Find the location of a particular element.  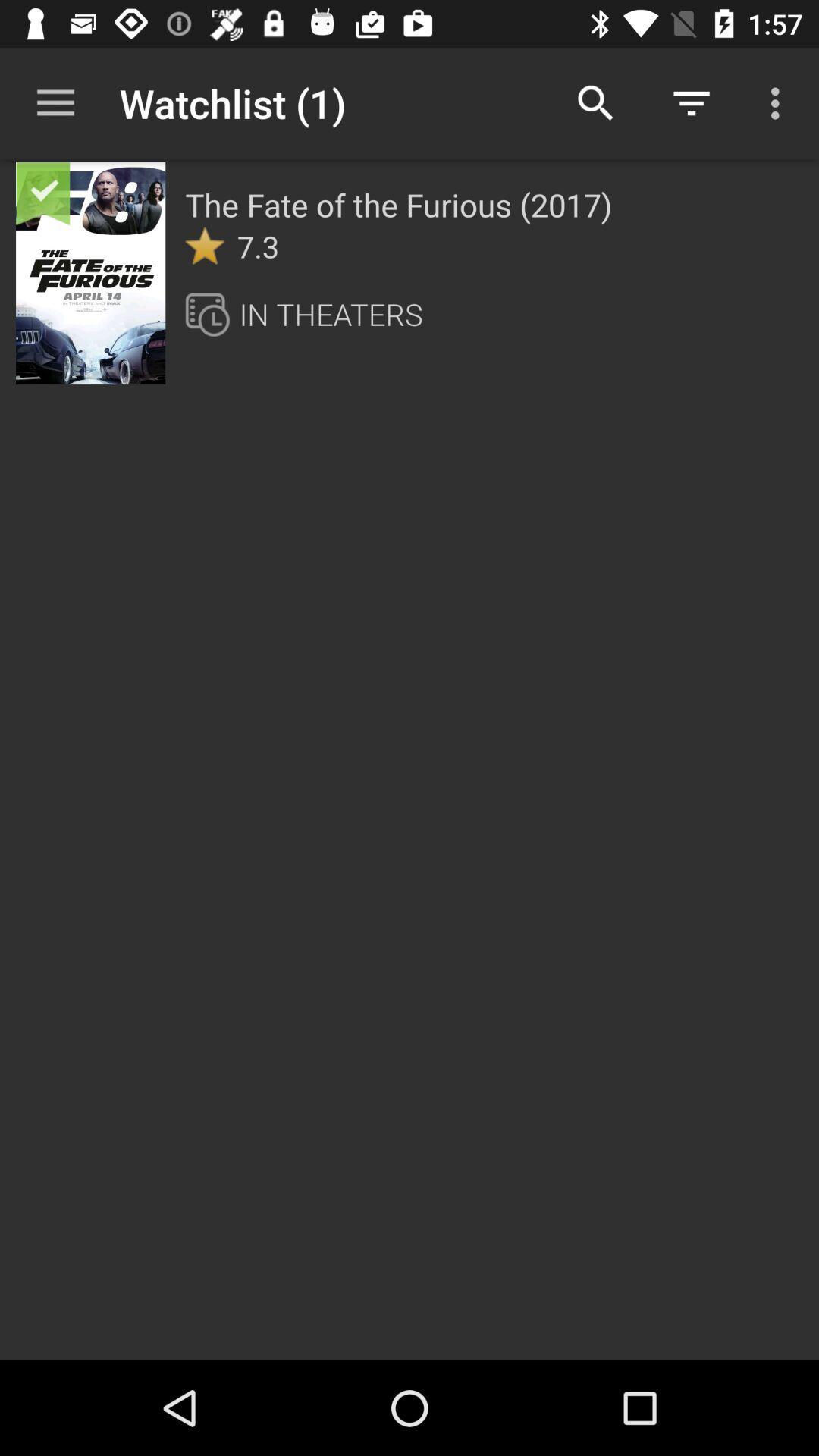

item to the left of the fate of icon is located at coordinates (90, 273).